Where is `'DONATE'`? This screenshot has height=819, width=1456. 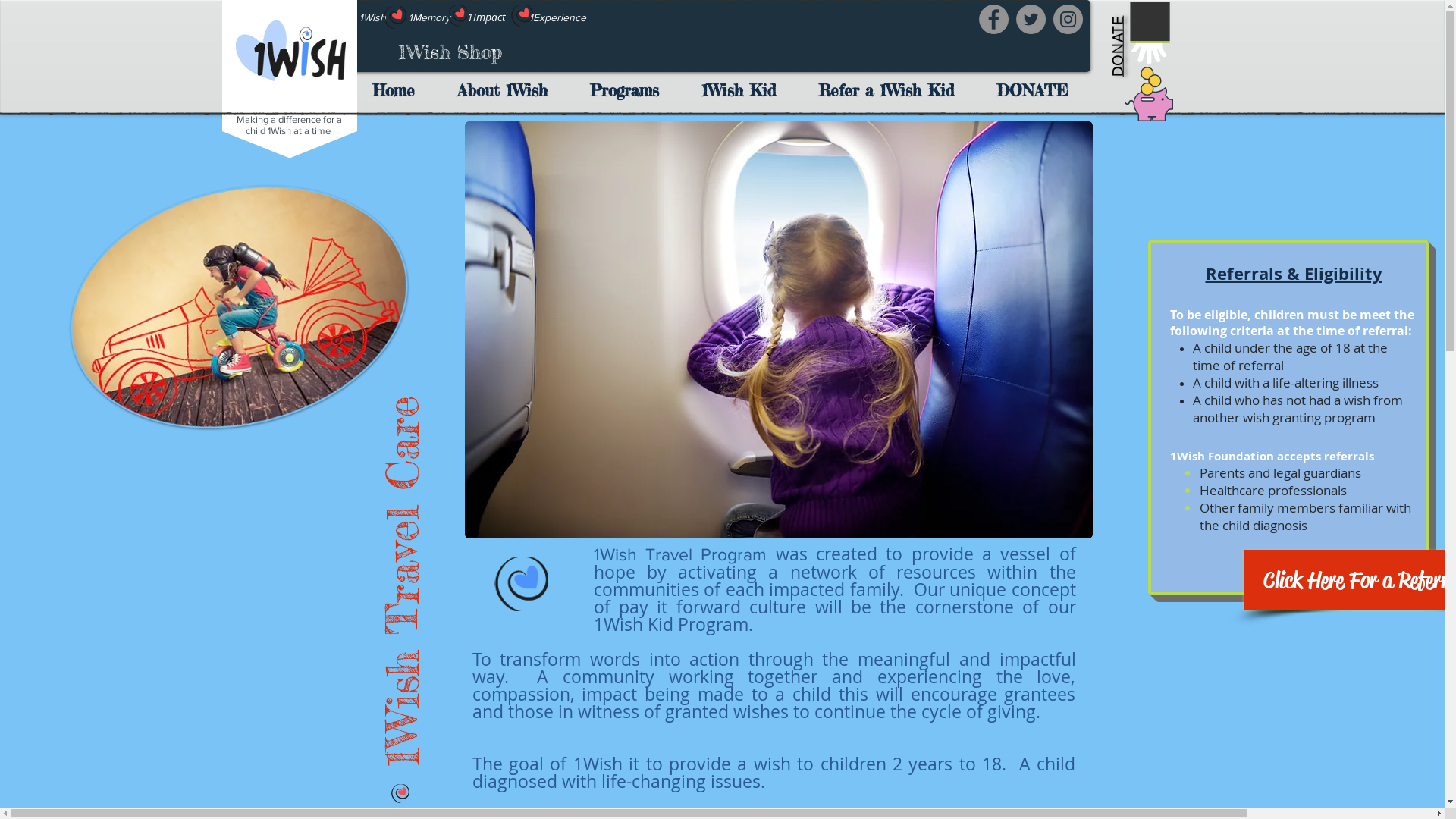 'DONATE' is located at coordinates (1138, 24).